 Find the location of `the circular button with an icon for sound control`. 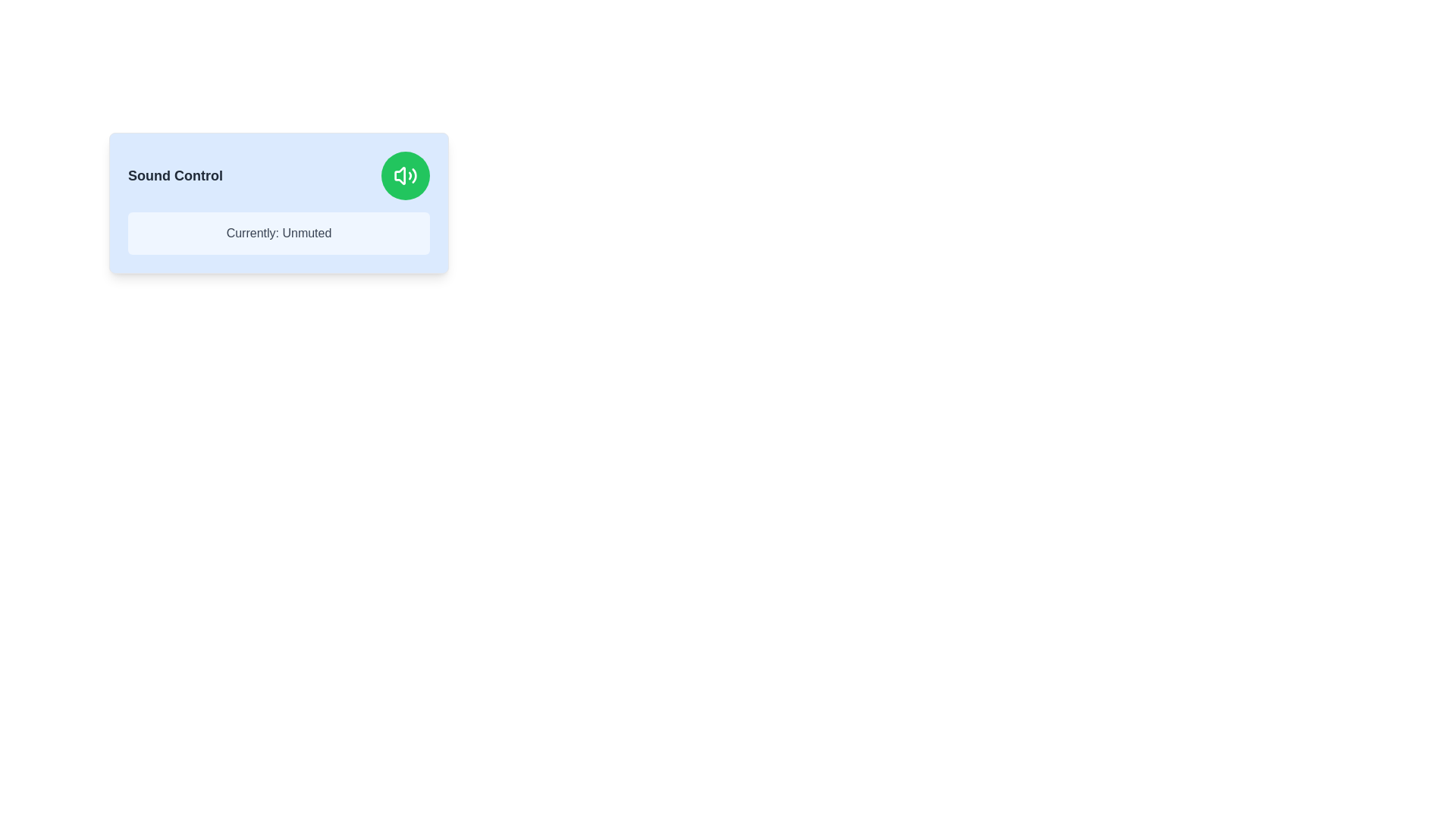

the circular button with an icon for sound control is located at coordinates (405, 174).